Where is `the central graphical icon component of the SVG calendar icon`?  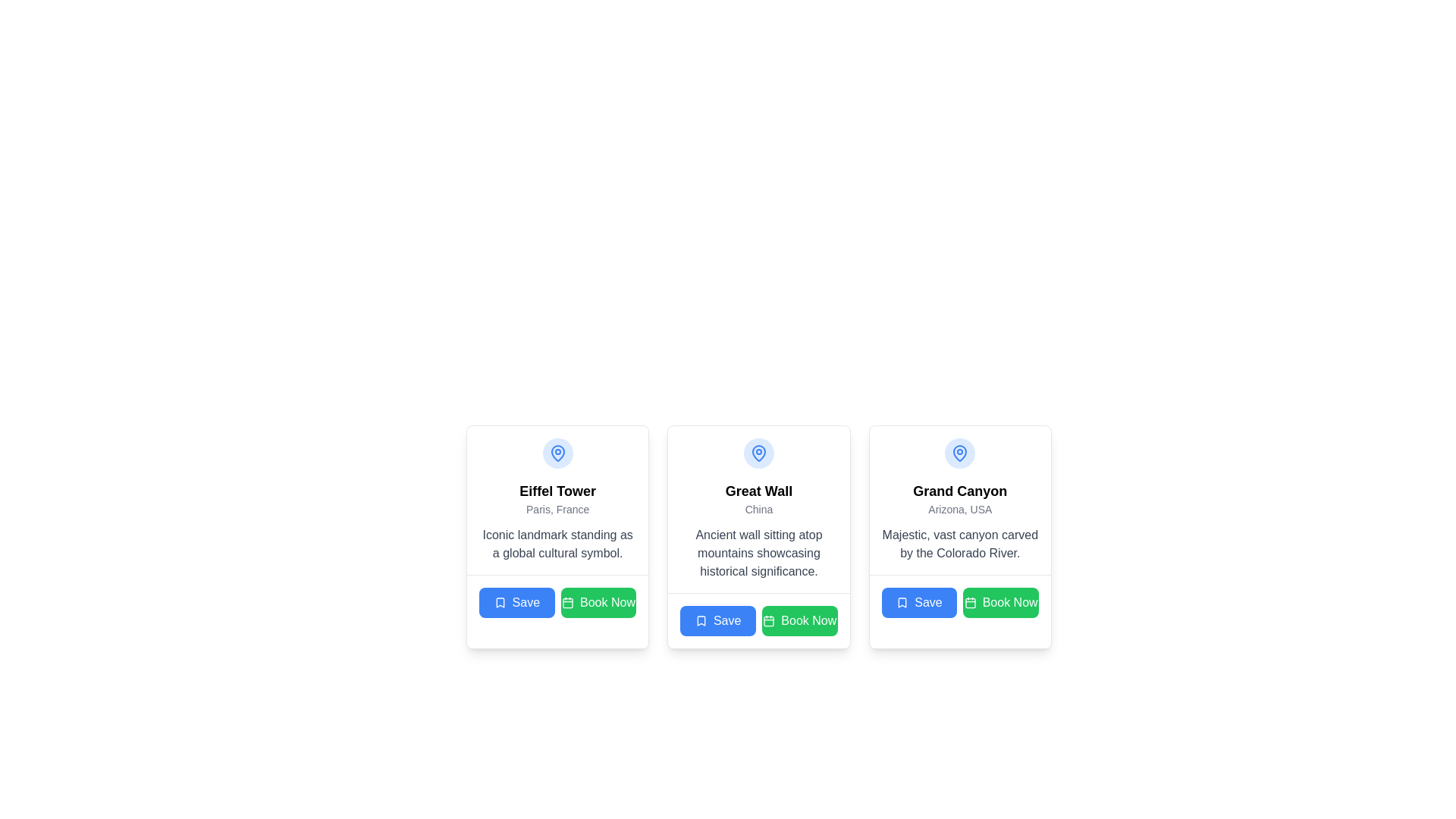 the central graphical icon component of the SVG calendar icon is located at coordinates (566, 602).